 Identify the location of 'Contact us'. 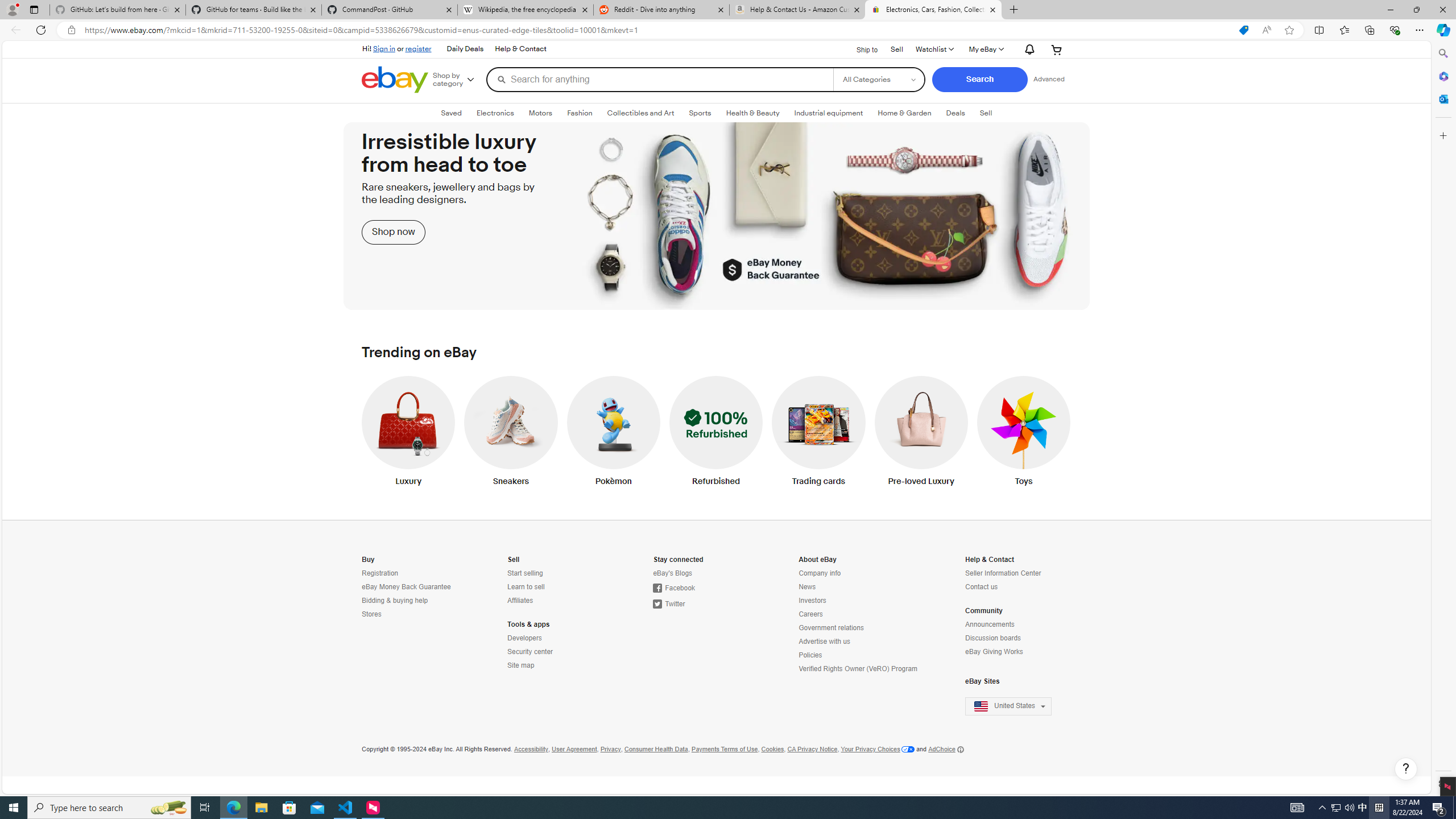
(1015, 586).